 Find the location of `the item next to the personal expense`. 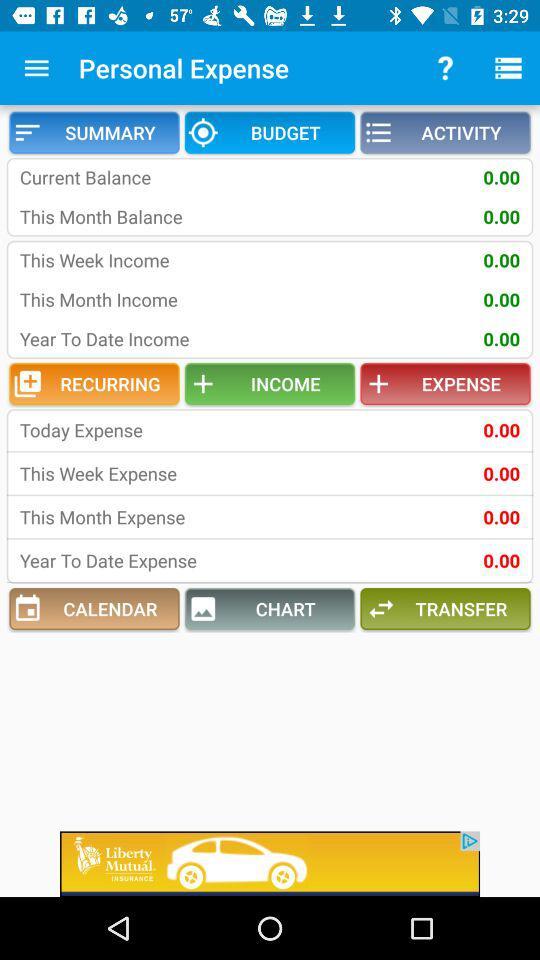

the item next to the personal expense is located at coordinates (36, 68).